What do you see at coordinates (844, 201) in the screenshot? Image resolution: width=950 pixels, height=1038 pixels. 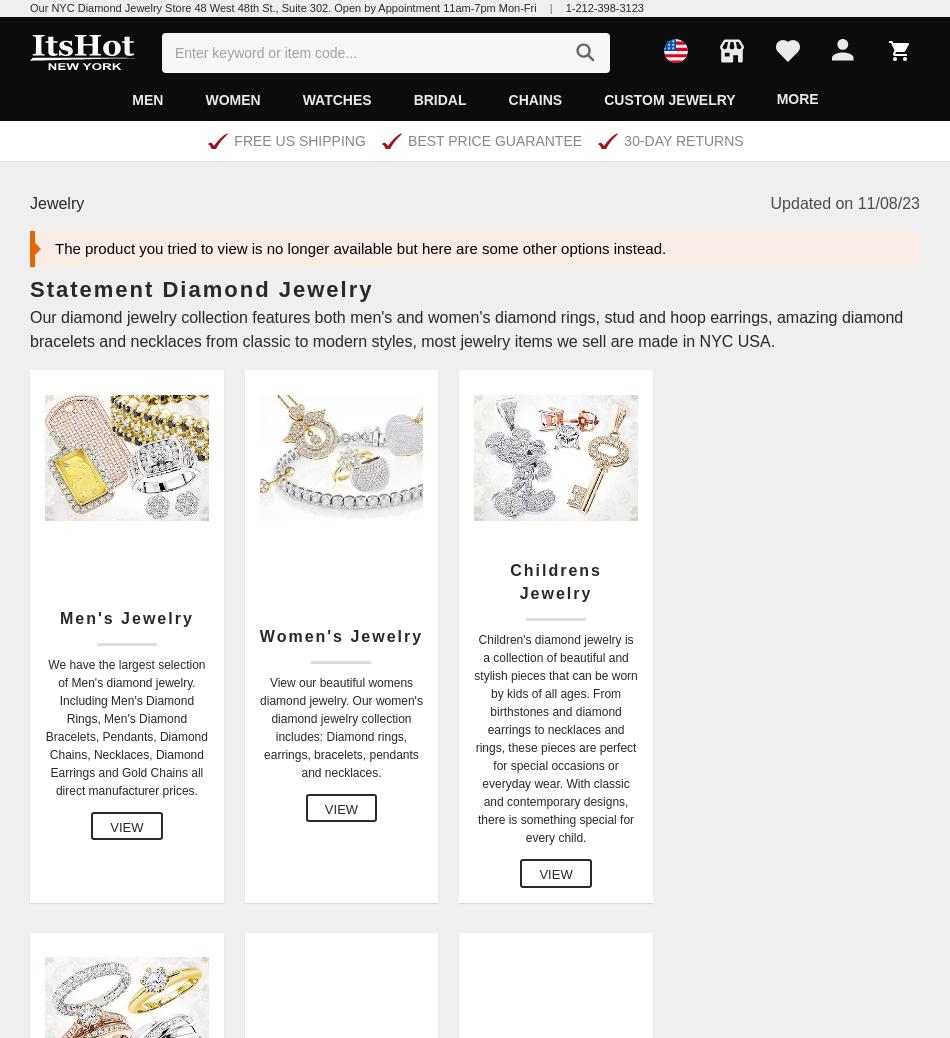 I see `'Updated on 11/08/23'` at bounding box center [844, 201].